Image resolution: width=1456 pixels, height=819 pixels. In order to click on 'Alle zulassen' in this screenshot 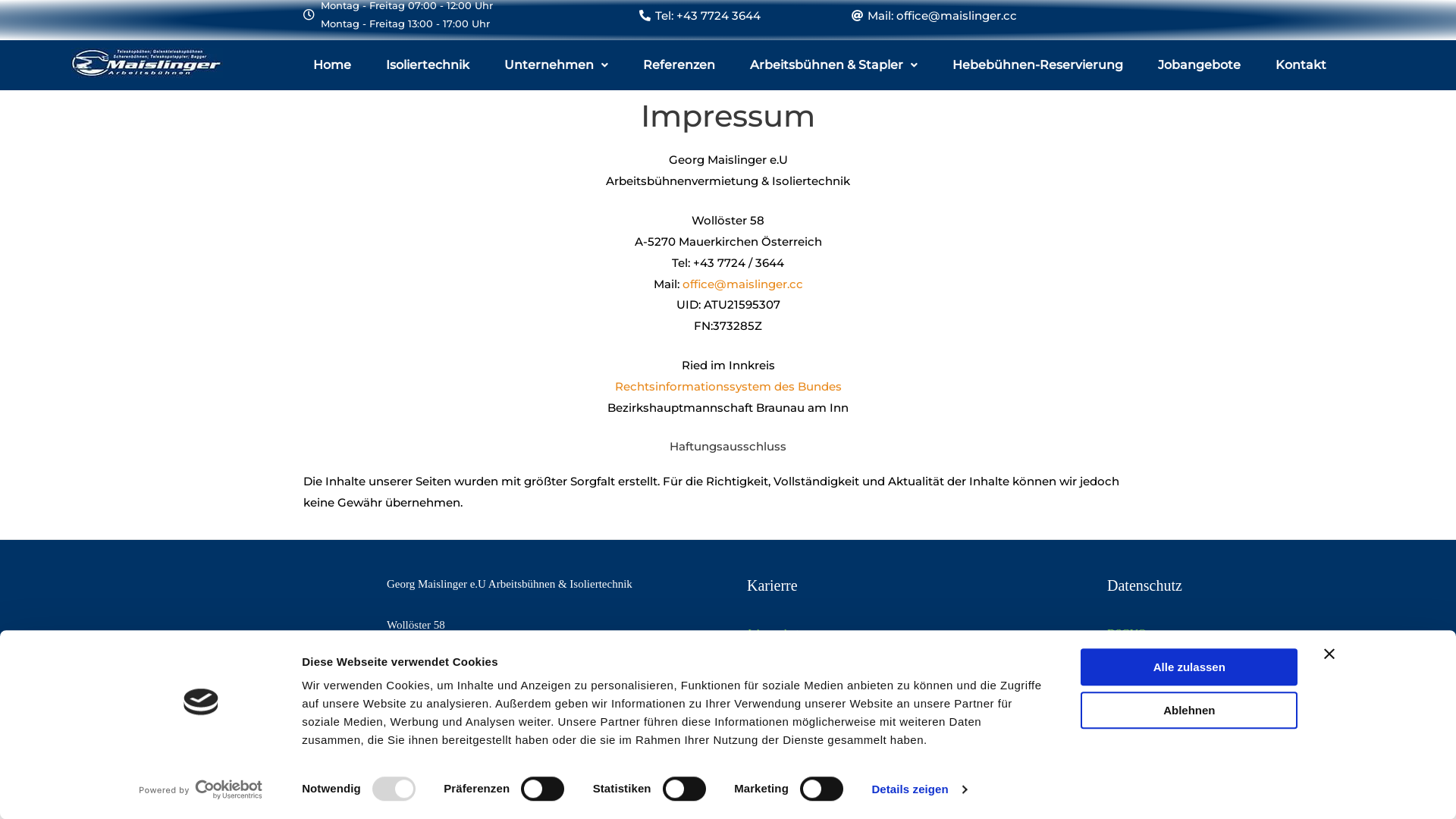, I will do `click(1188, 666)`.